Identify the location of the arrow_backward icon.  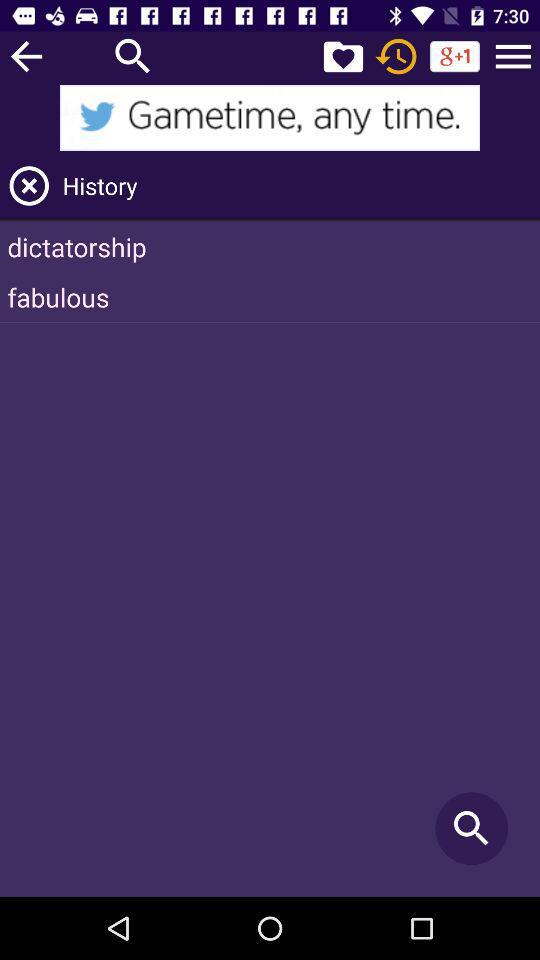
(25, 55).